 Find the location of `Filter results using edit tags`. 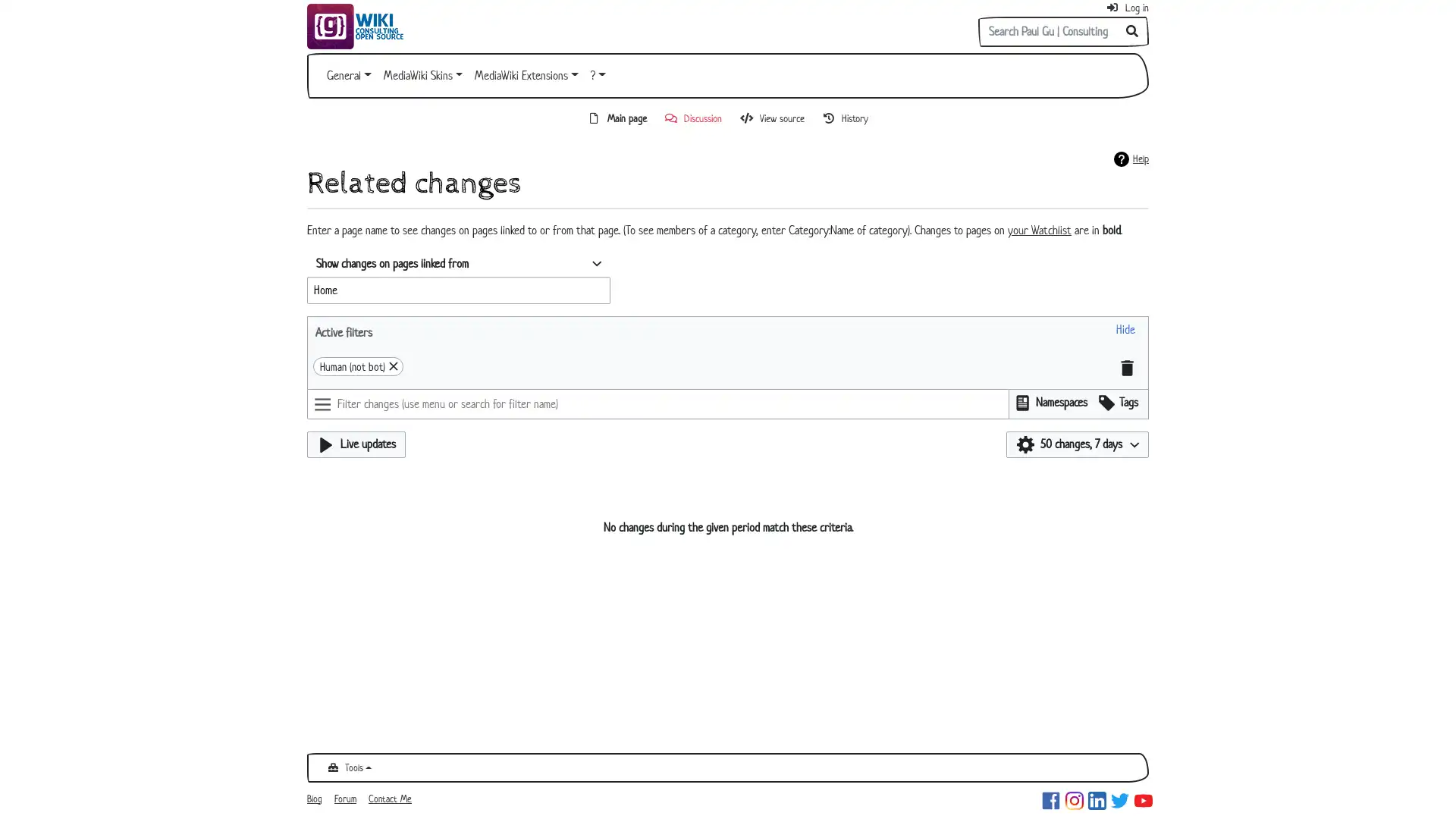

Filter results using edit tags is located at coordinates (1118, 402).